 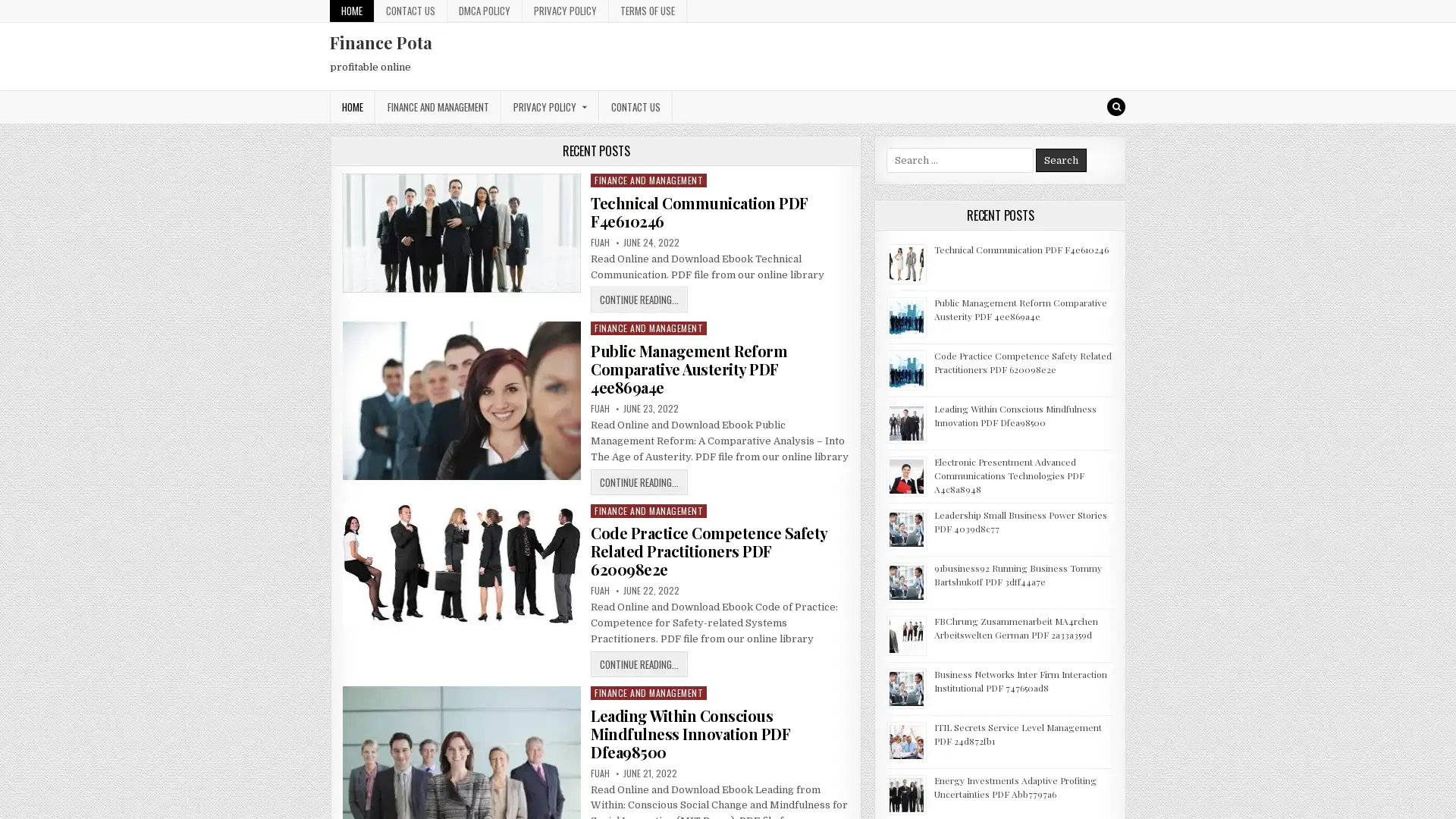 What do you see at coordinates (1060, 160) in the screenshot?
I see `Search` at bounding box center [1060, 160].